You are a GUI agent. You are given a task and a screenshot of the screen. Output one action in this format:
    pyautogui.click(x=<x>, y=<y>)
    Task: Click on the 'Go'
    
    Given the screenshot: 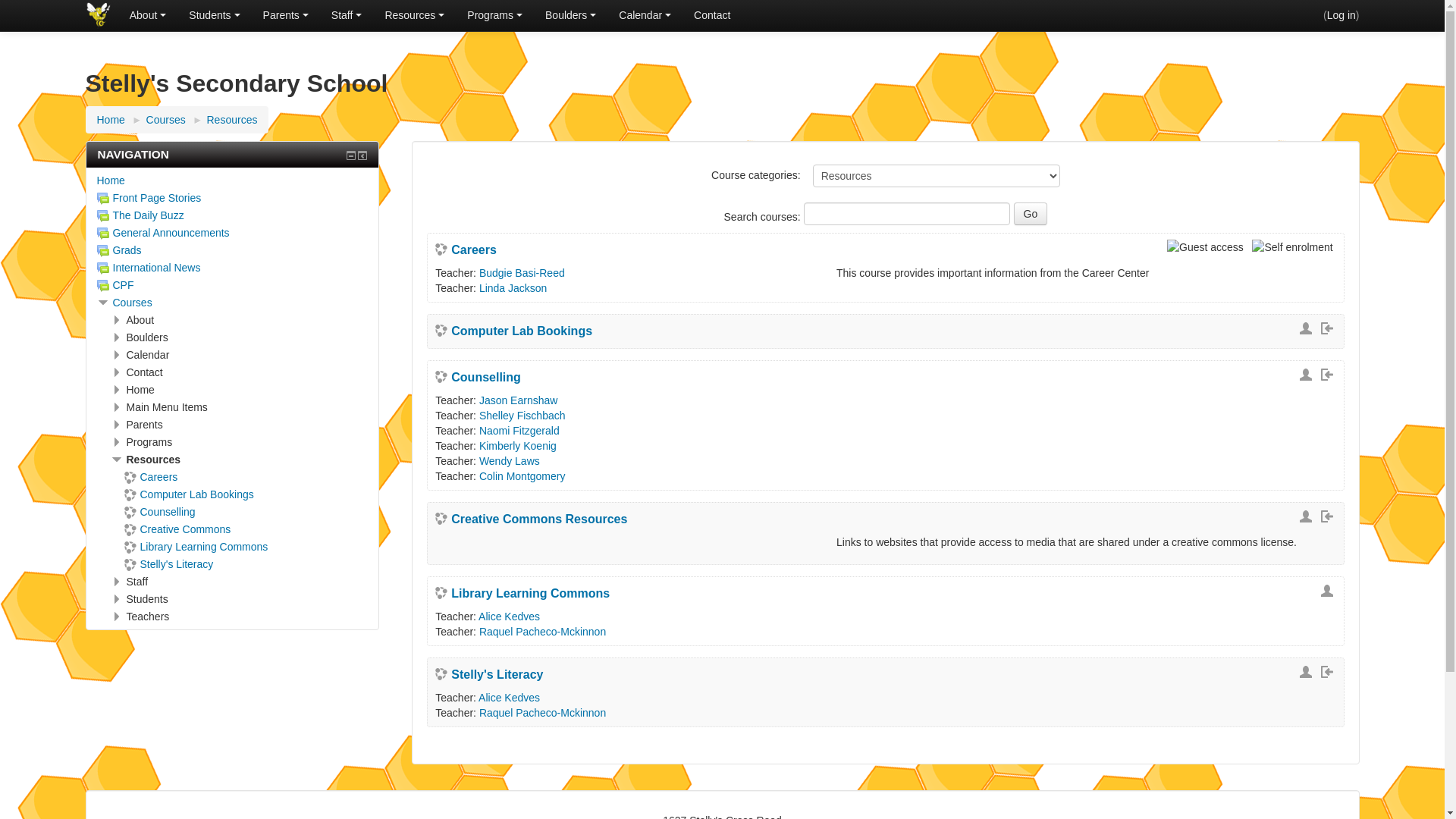 What is the action you would take?
    pyautogui.click(x=1031, y=213)
    